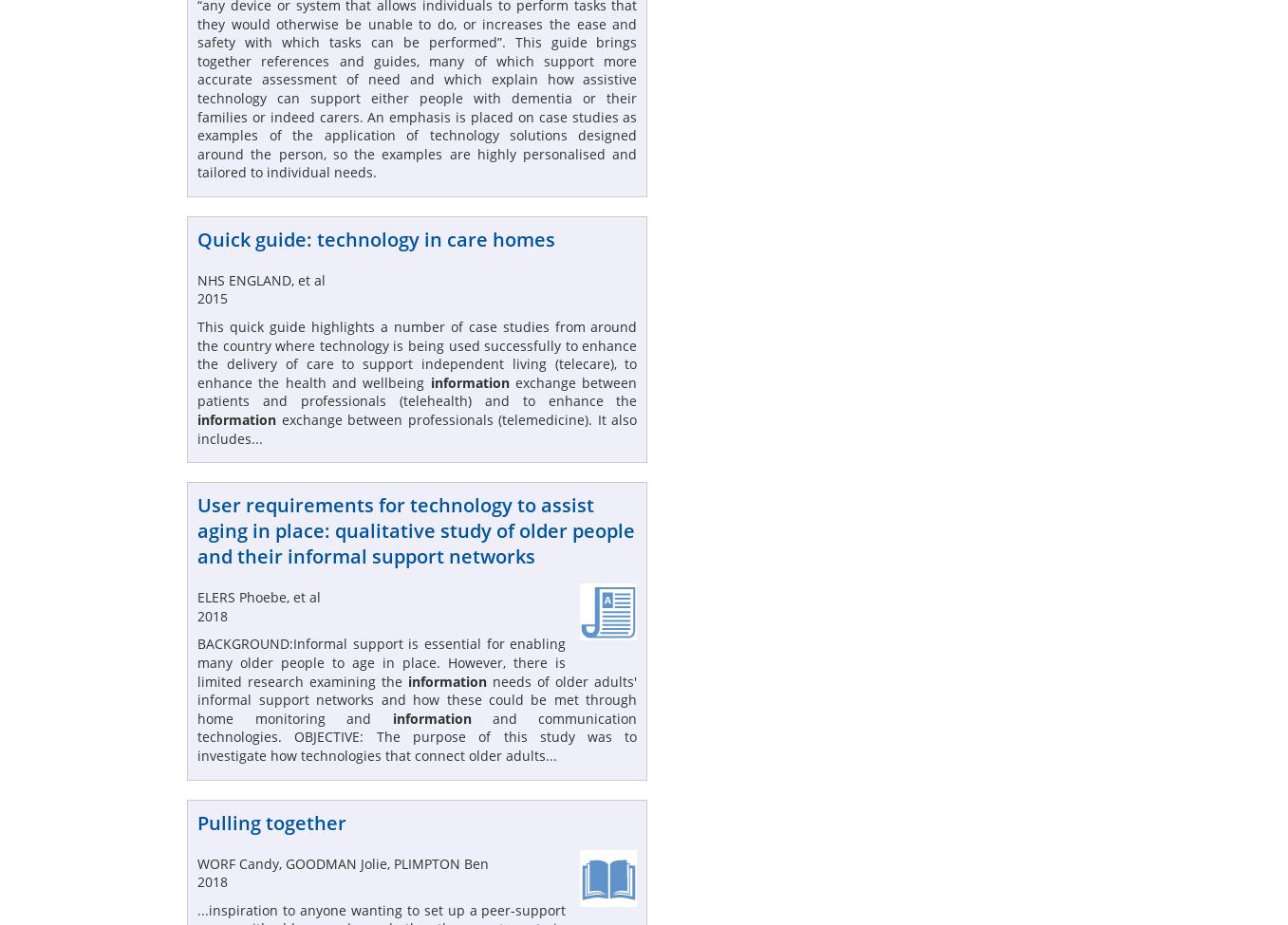  Describe the element at coordinates (261, 278) in the screenshot. I see `'NHS ENGLAND, et al'` at that location.